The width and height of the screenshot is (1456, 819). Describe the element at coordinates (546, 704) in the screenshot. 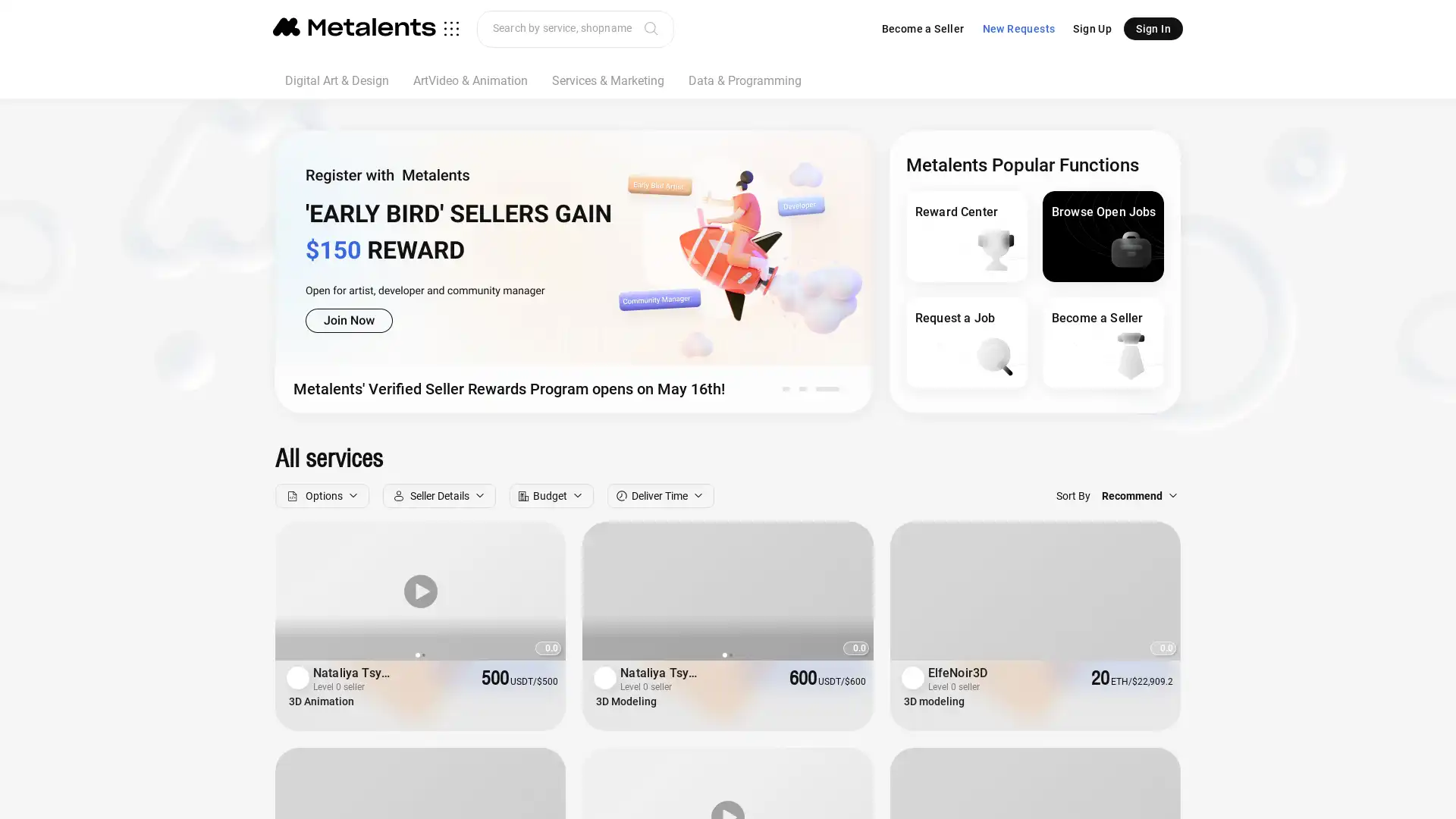

I see `UnLike` at that location.